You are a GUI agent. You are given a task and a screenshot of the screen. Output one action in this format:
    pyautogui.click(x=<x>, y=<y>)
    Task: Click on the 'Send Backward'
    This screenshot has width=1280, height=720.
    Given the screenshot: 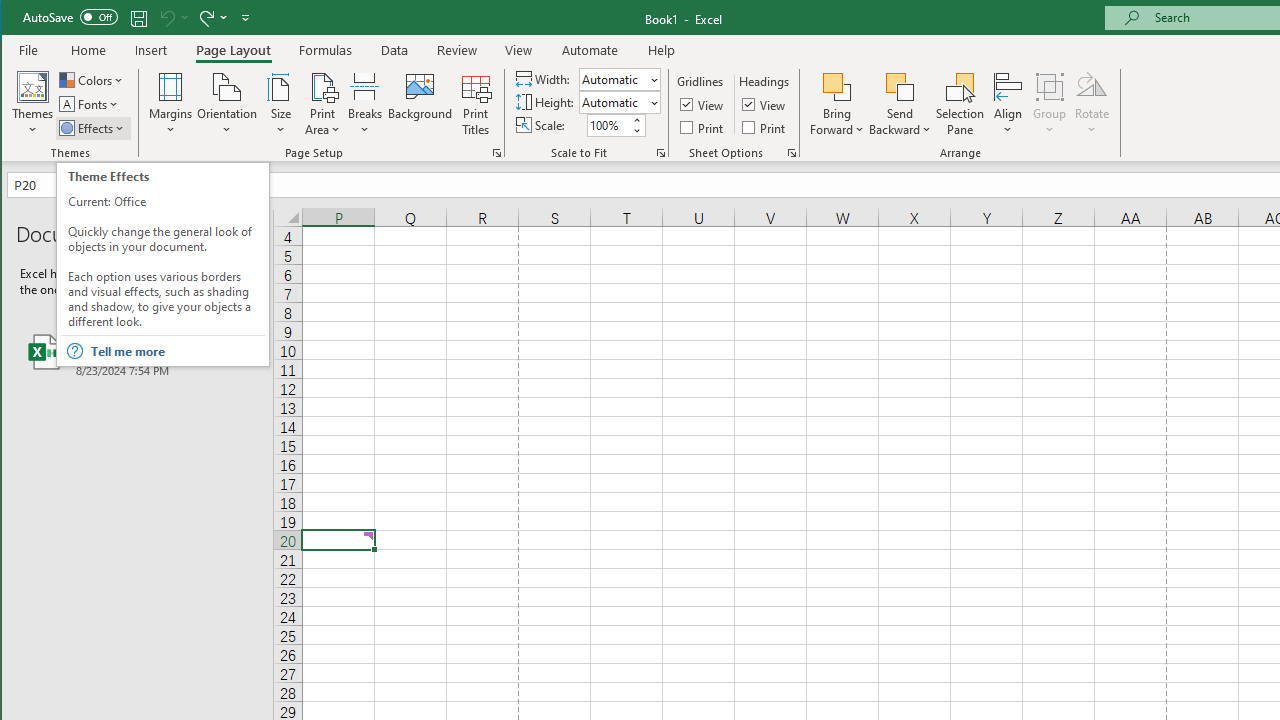 What is the action you would take?
    pyautogui.click(x=899, y=85)
    